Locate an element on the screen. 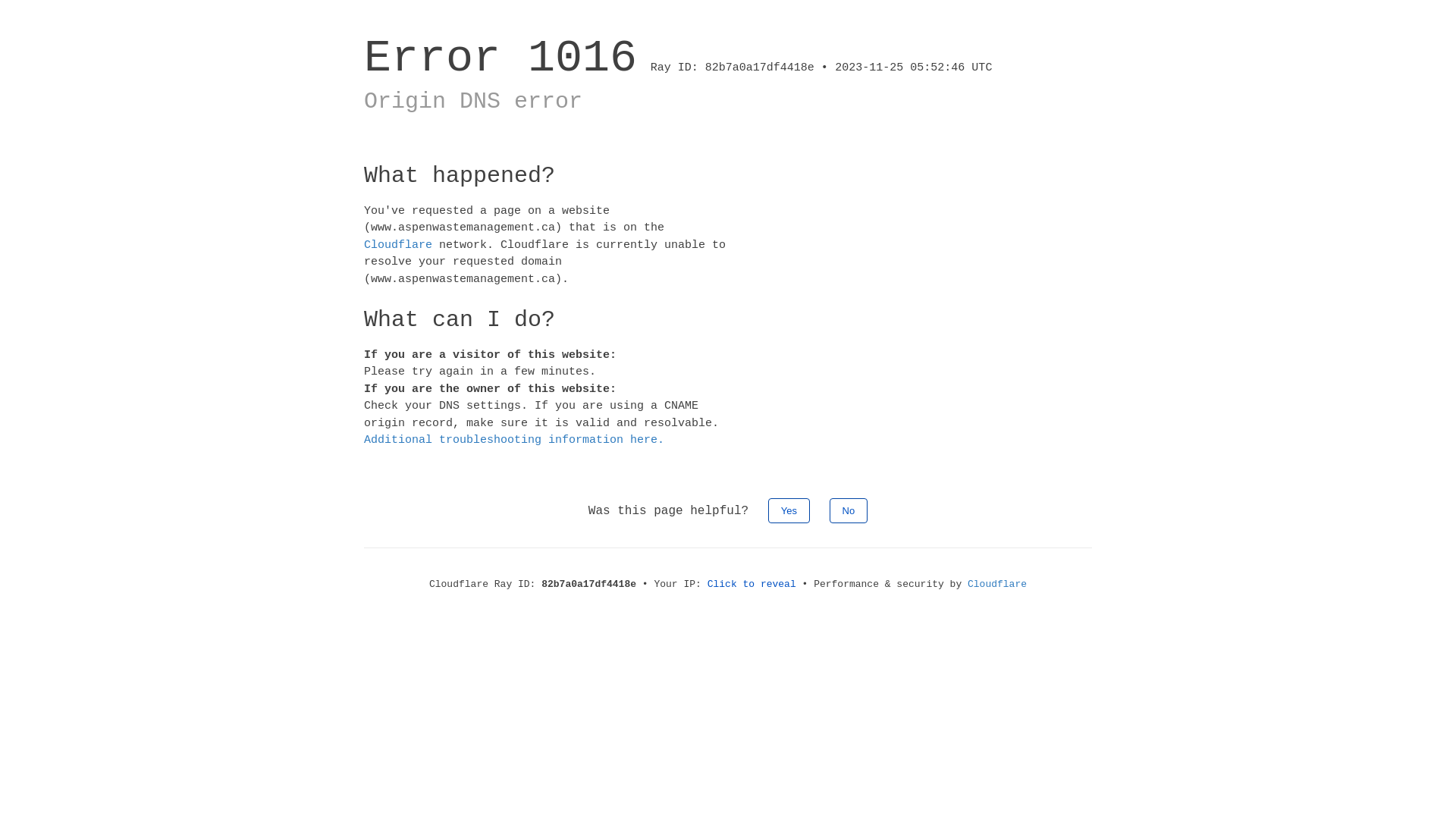 Image resolution: width=1456 pixels, height=819 pixels. 'Yes' is located at coordinates (789, 510).